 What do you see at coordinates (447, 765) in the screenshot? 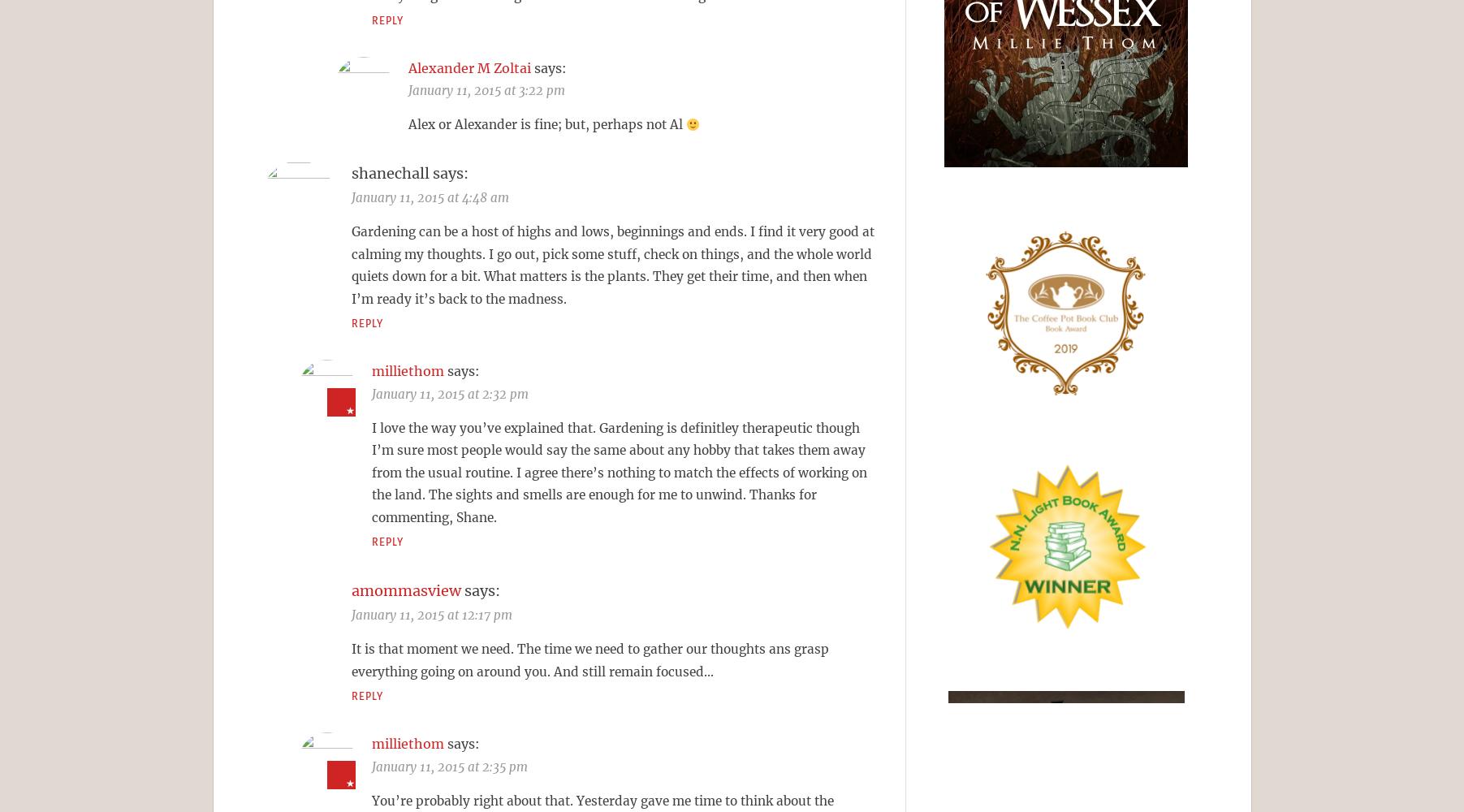
I see `'January 11, 2015 at 2:35 pm'` at bounding box center [447, 765].